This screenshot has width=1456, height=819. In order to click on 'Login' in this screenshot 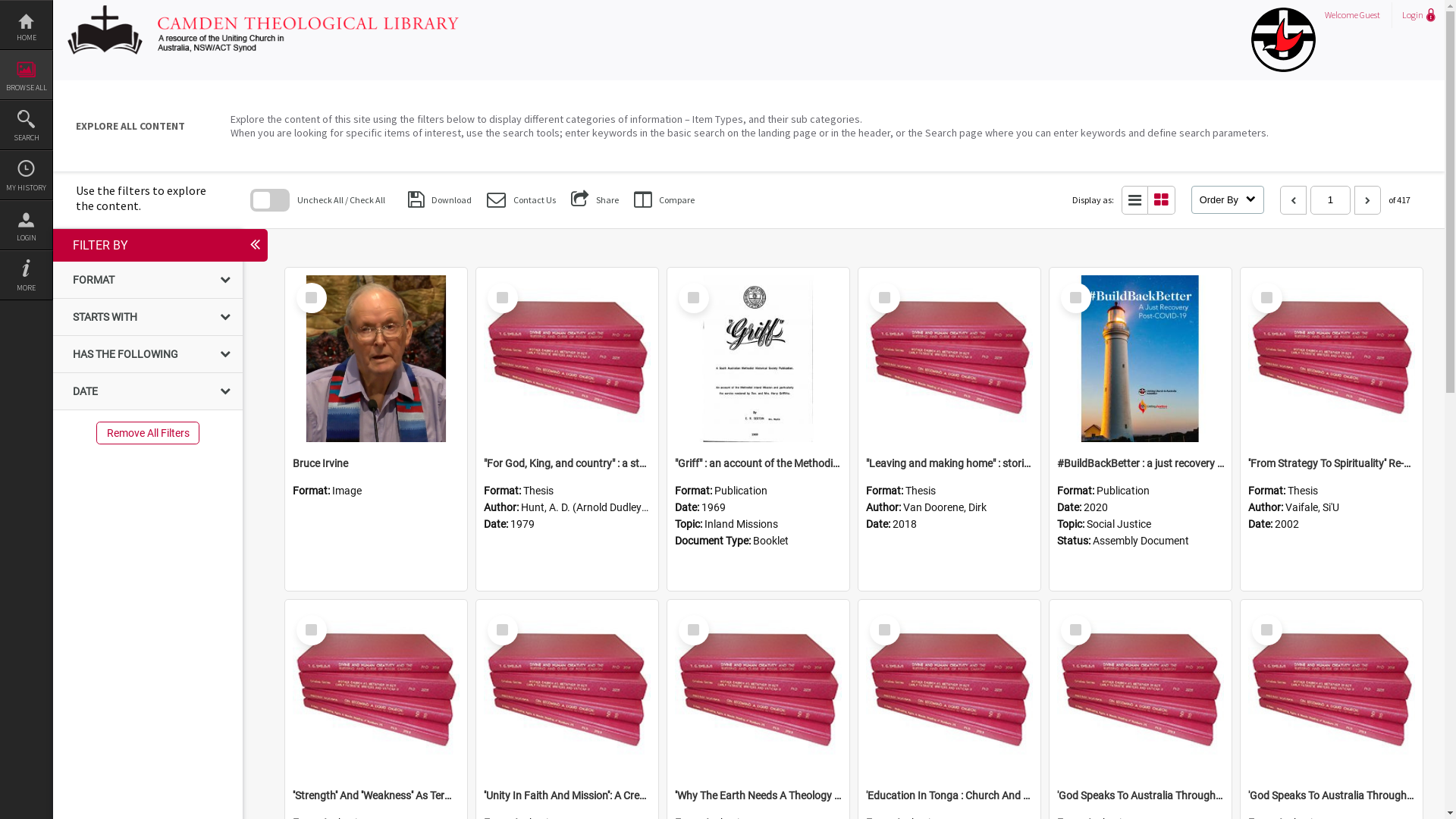, I will do `click(1415, 14)`.